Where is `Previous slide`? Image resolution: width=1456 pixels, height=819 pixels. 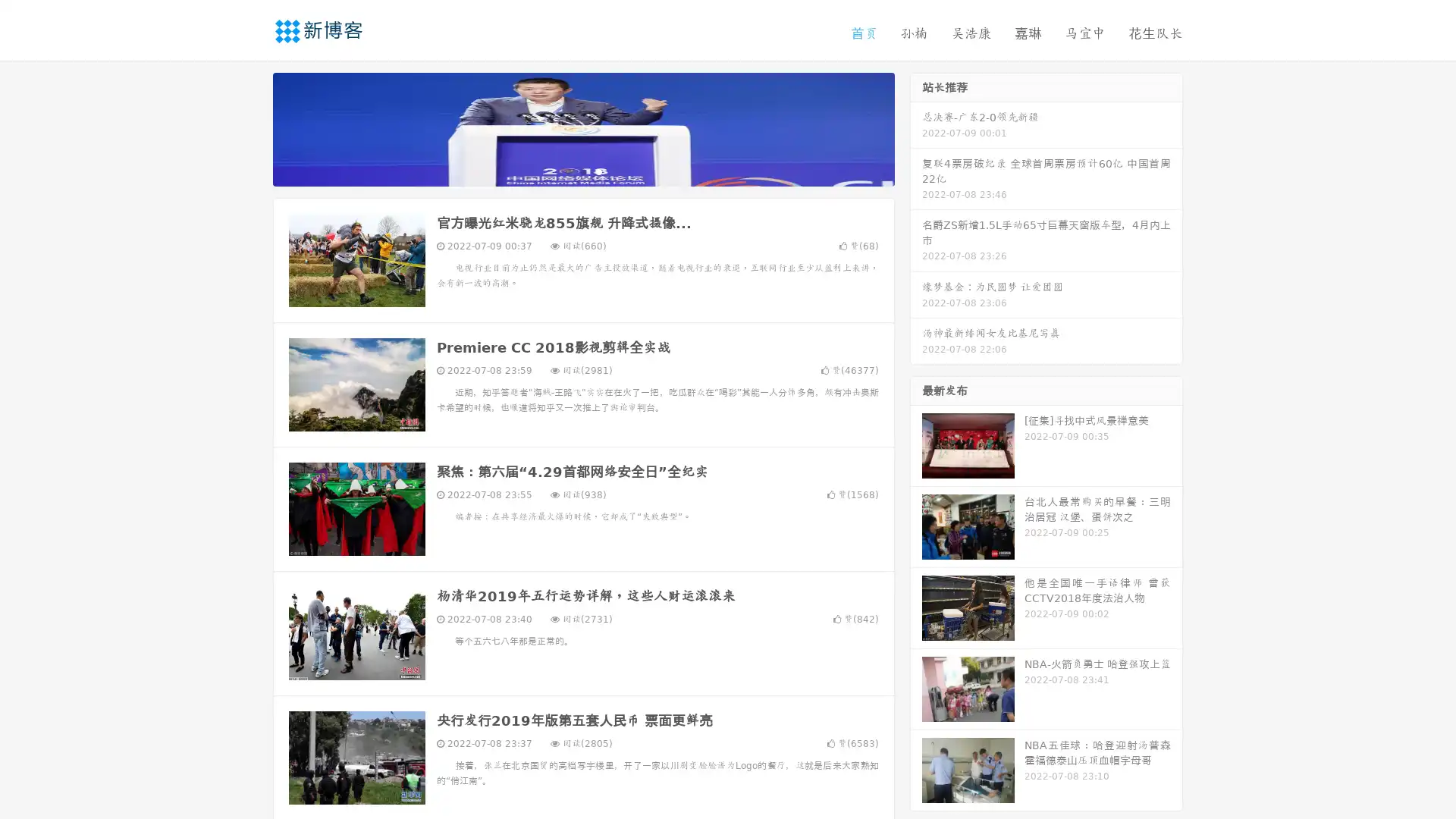
Previous slide is located at coordinates (250, 127).